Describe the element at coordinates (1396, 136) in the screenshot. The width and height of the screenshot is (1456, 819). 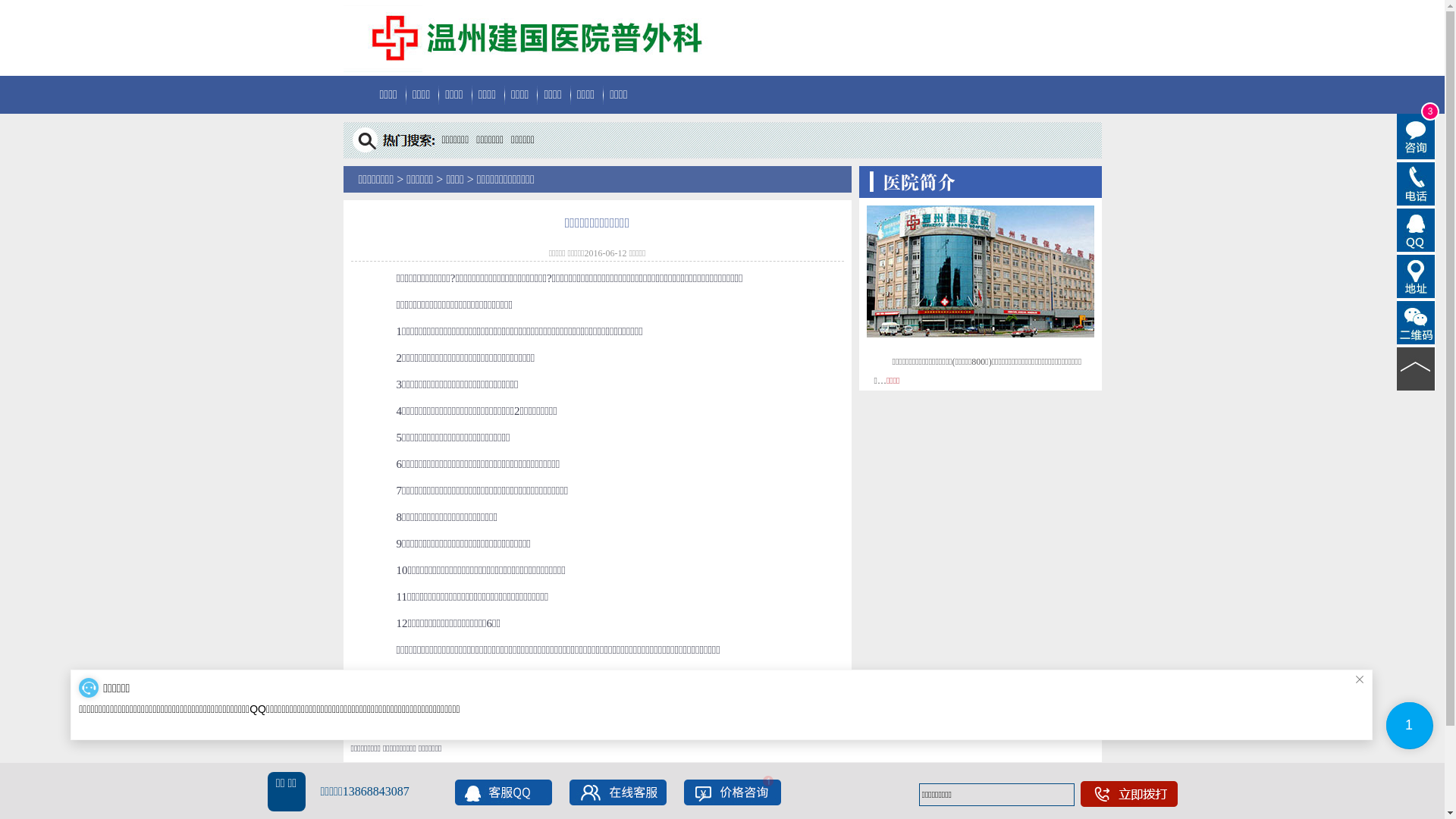
I see `'3'` at that location.